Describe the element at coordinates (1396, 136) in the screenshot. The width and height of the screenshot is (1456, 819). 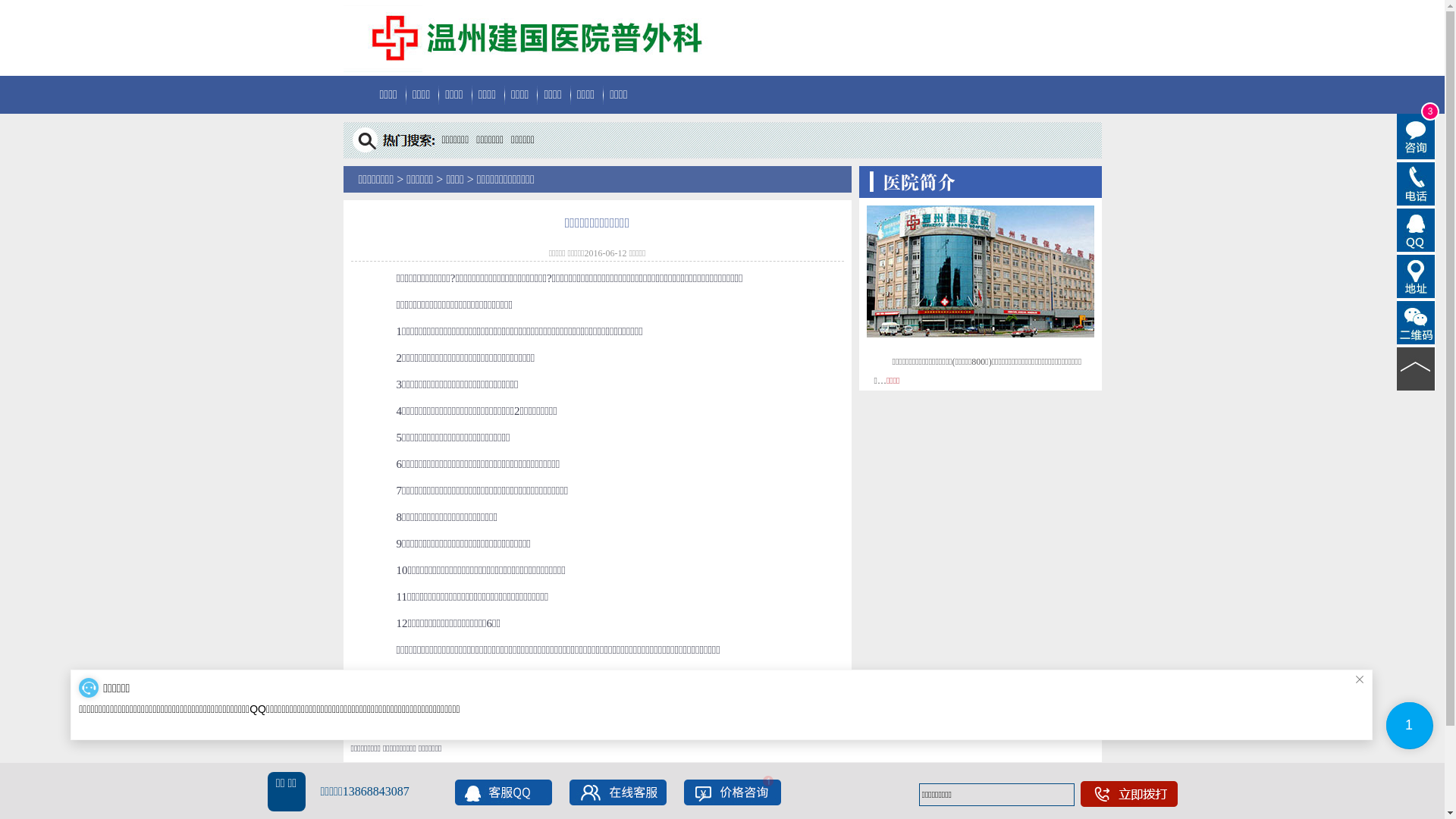
I see `'3'` at that location.